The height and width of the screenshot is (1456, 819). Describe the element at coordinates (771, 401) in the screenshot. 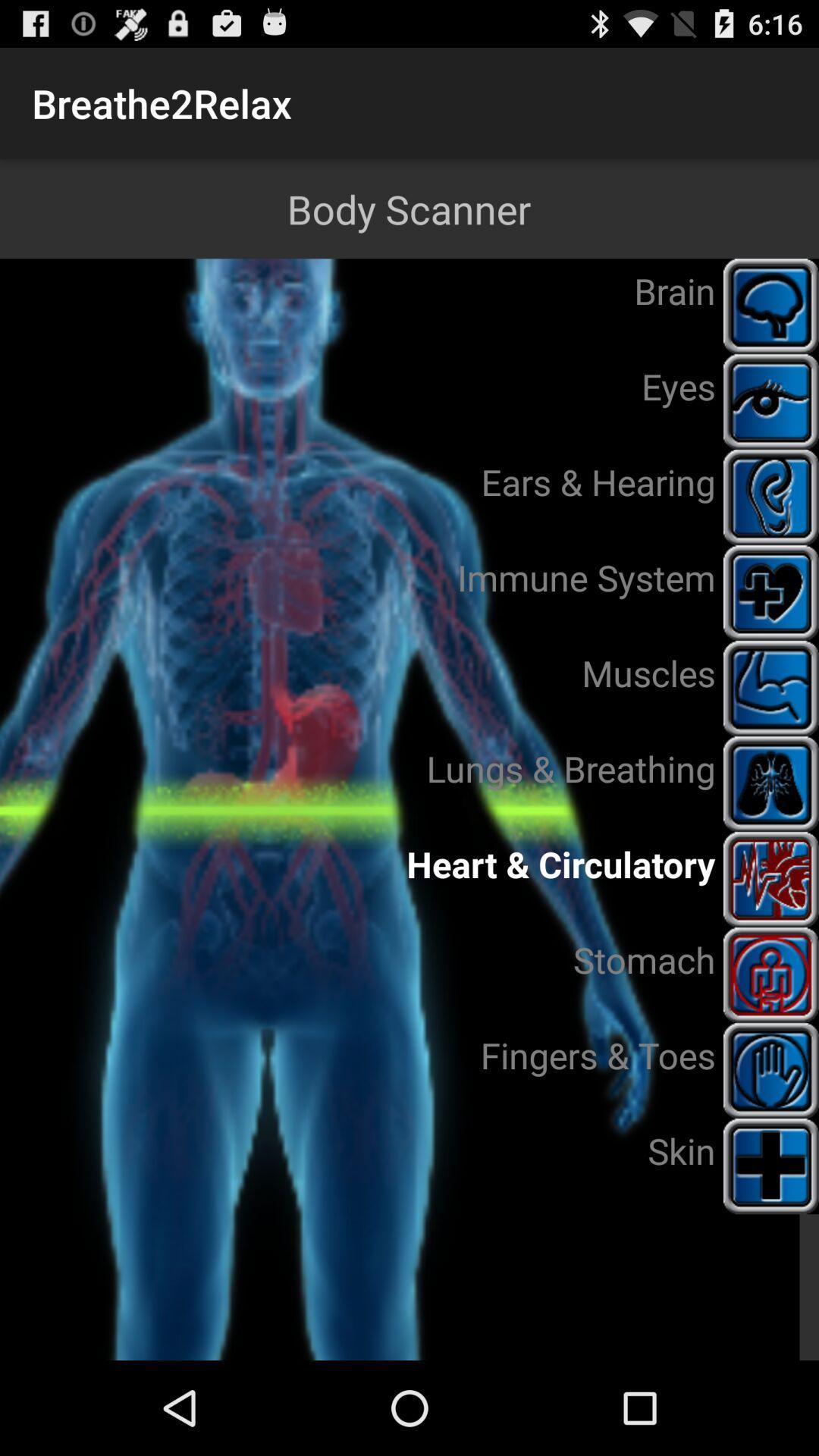

I see `the 2nd image` at that location.